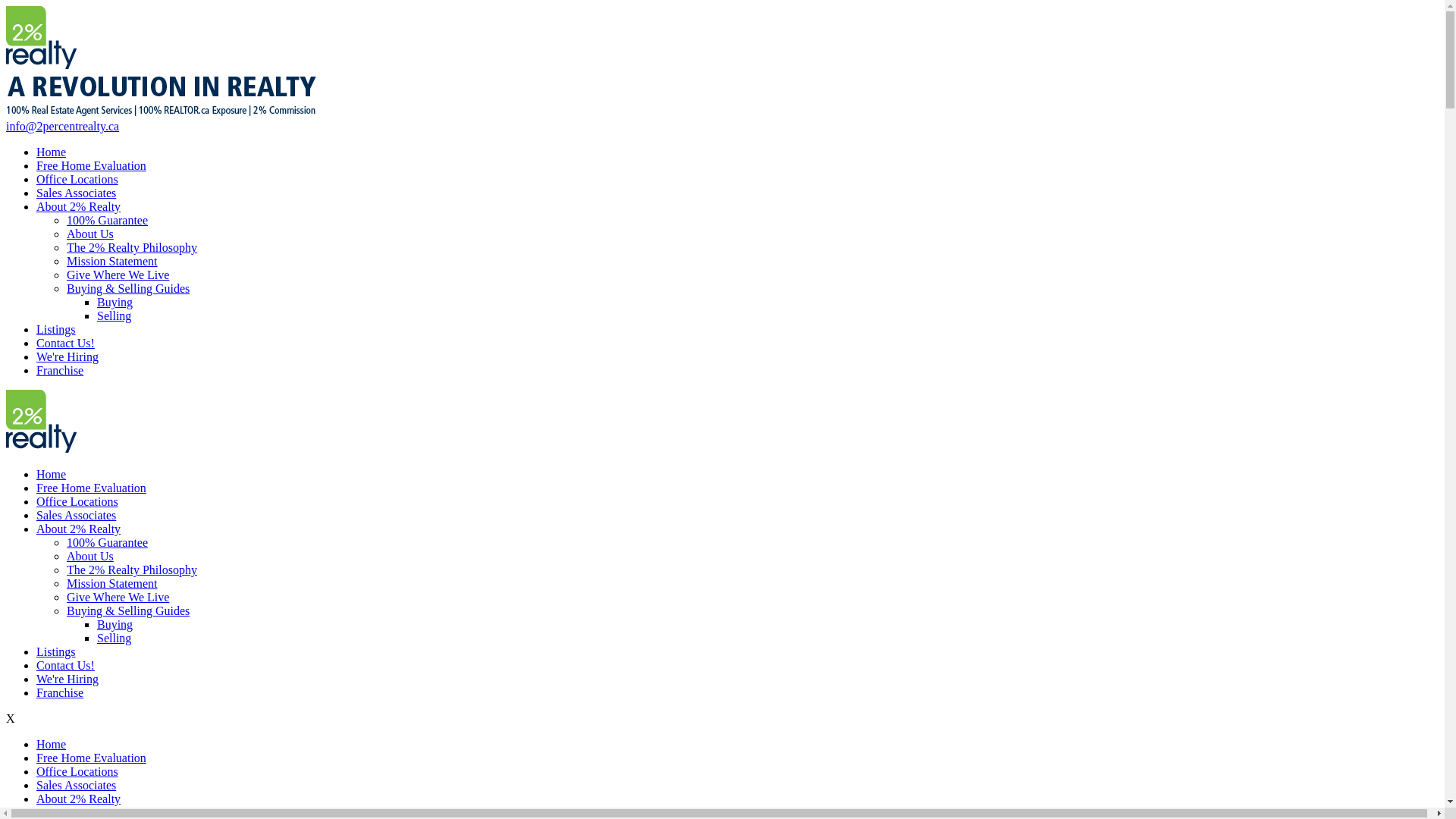 This screenshot has width=1456, height=819. I want to click on 'Free Home Evaluation', so click(90, 758).